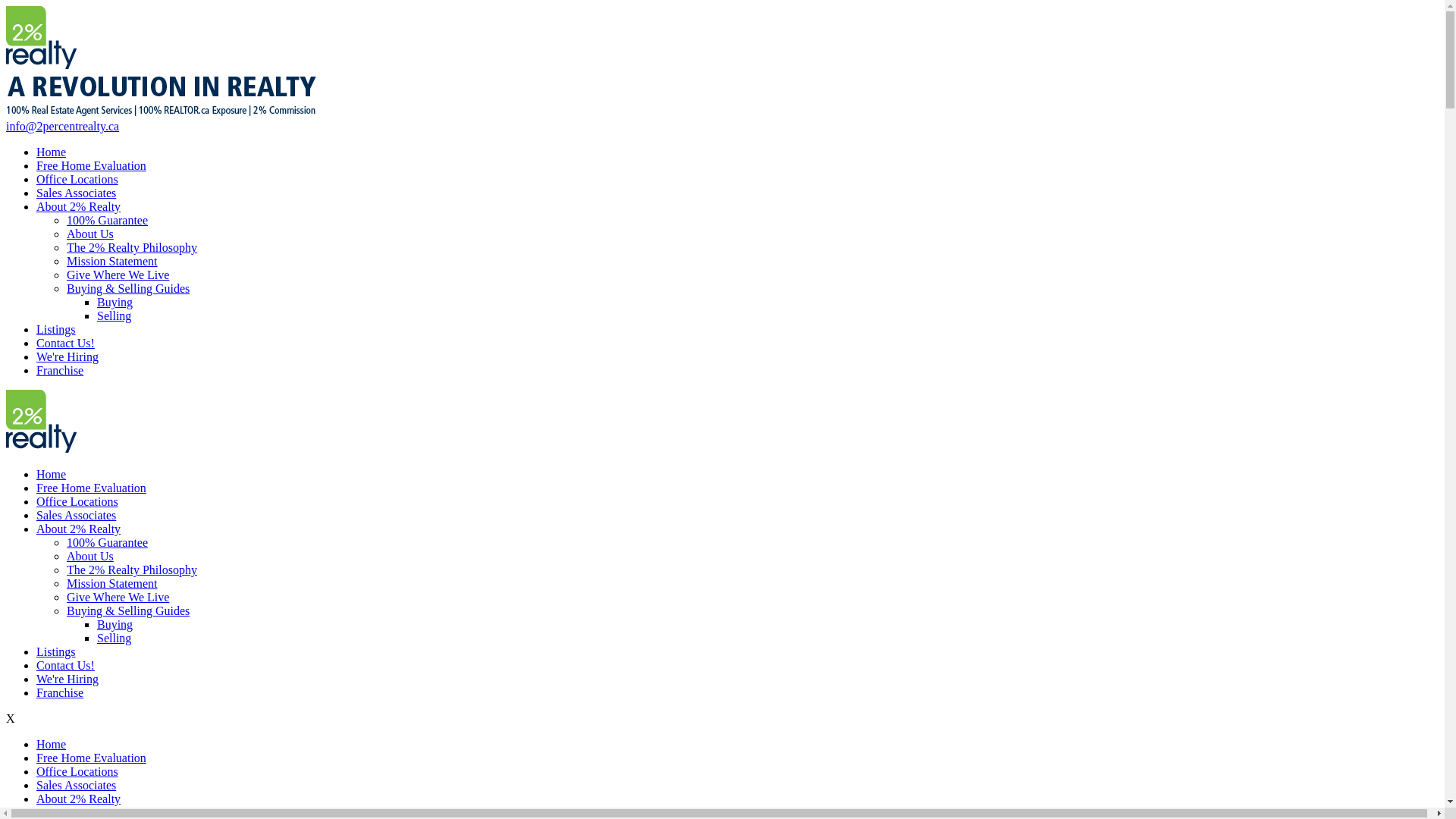 This screenshot has width=1456, height=819. I want to click on 'Free Home Evaluation', so click(90, 758).